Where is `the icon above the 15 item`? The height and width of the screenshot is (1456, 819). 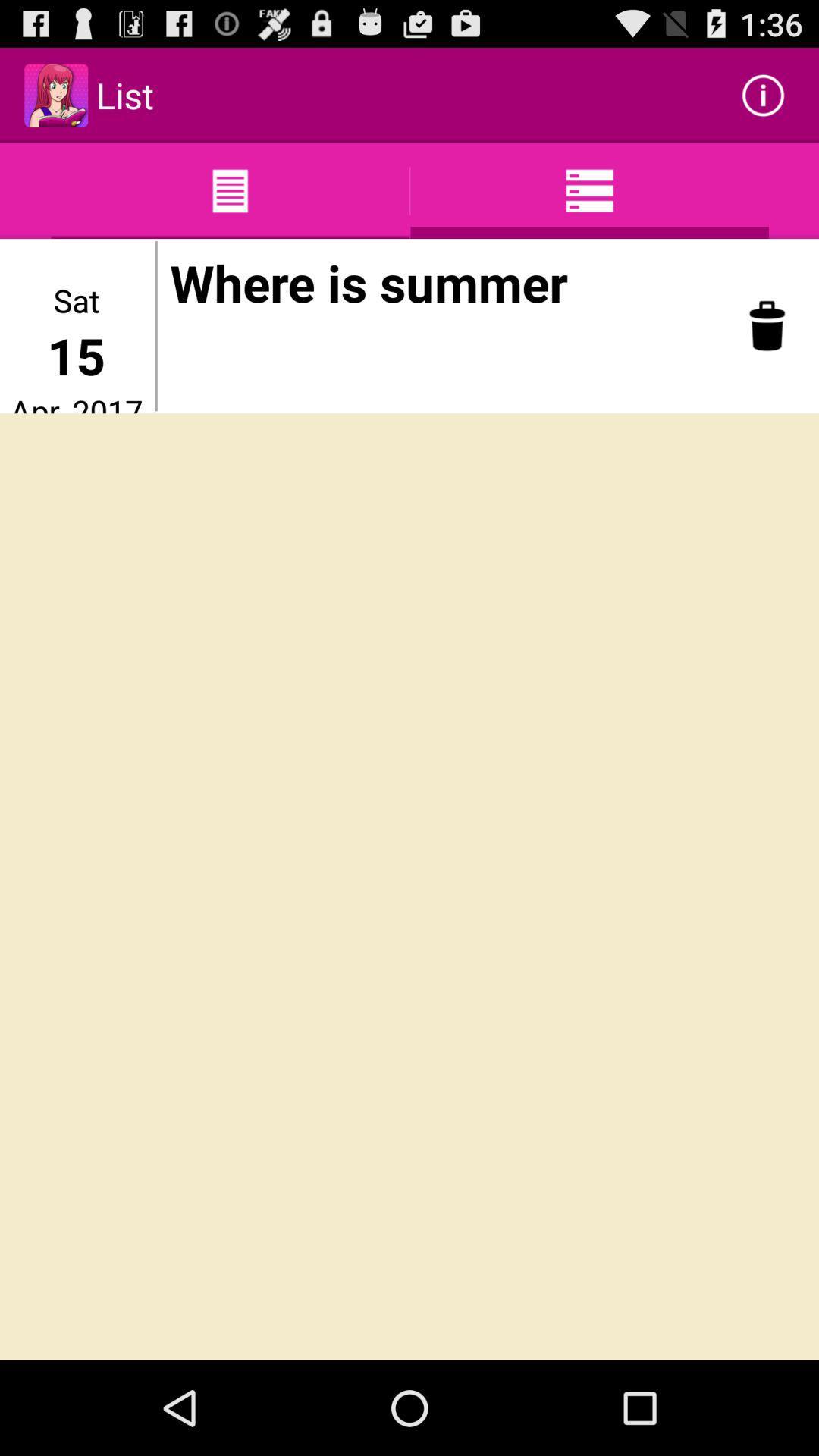
the icon above the 15 item is located at coordinates (76, 300).